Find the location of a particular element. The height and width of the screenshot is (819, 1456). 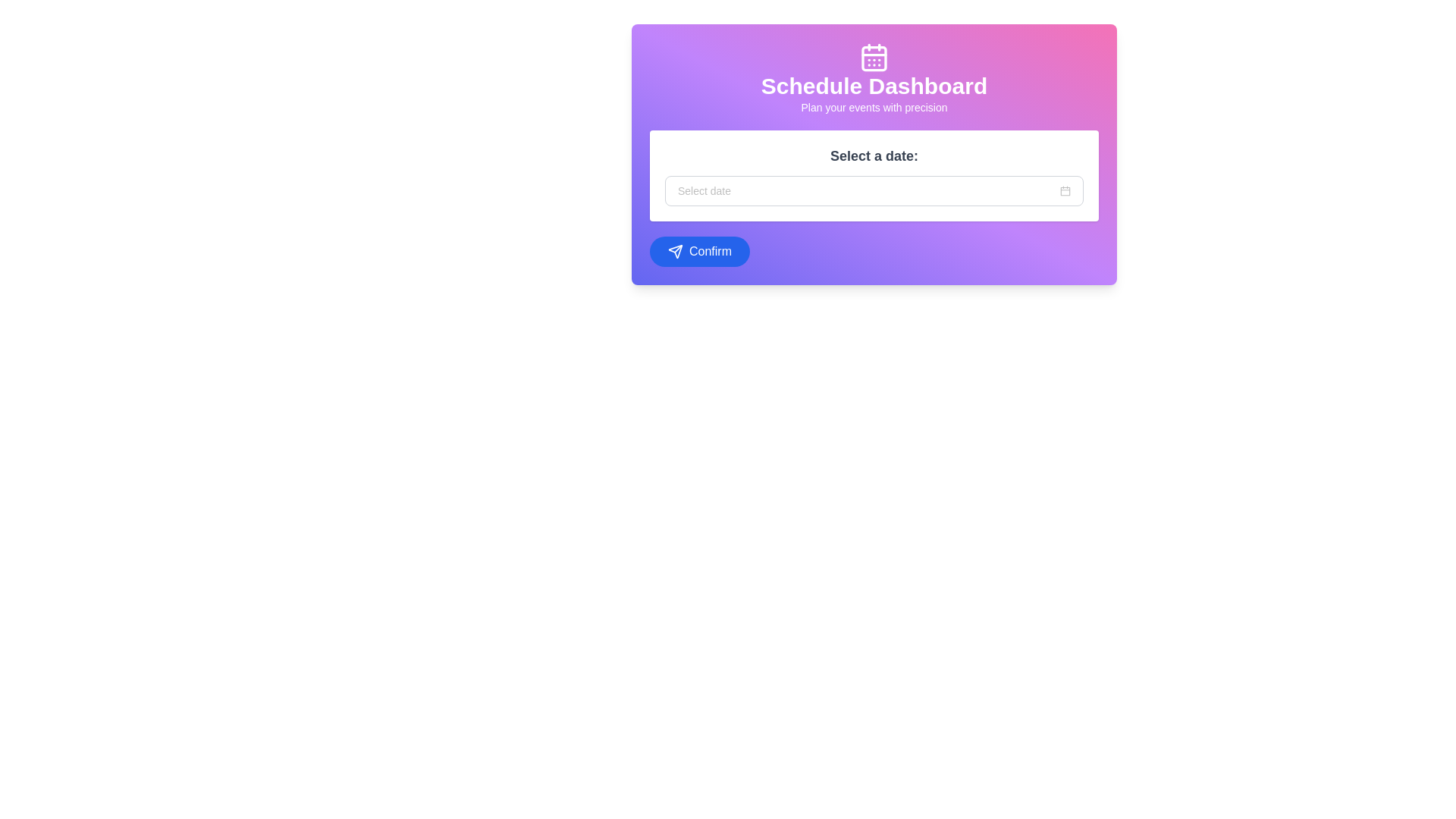

the icon within the 'Confirm' button, which visually represents the action to submit or send the selected date, located in the lower-left area of a purple-colored card is located at coordinates (675, 250).